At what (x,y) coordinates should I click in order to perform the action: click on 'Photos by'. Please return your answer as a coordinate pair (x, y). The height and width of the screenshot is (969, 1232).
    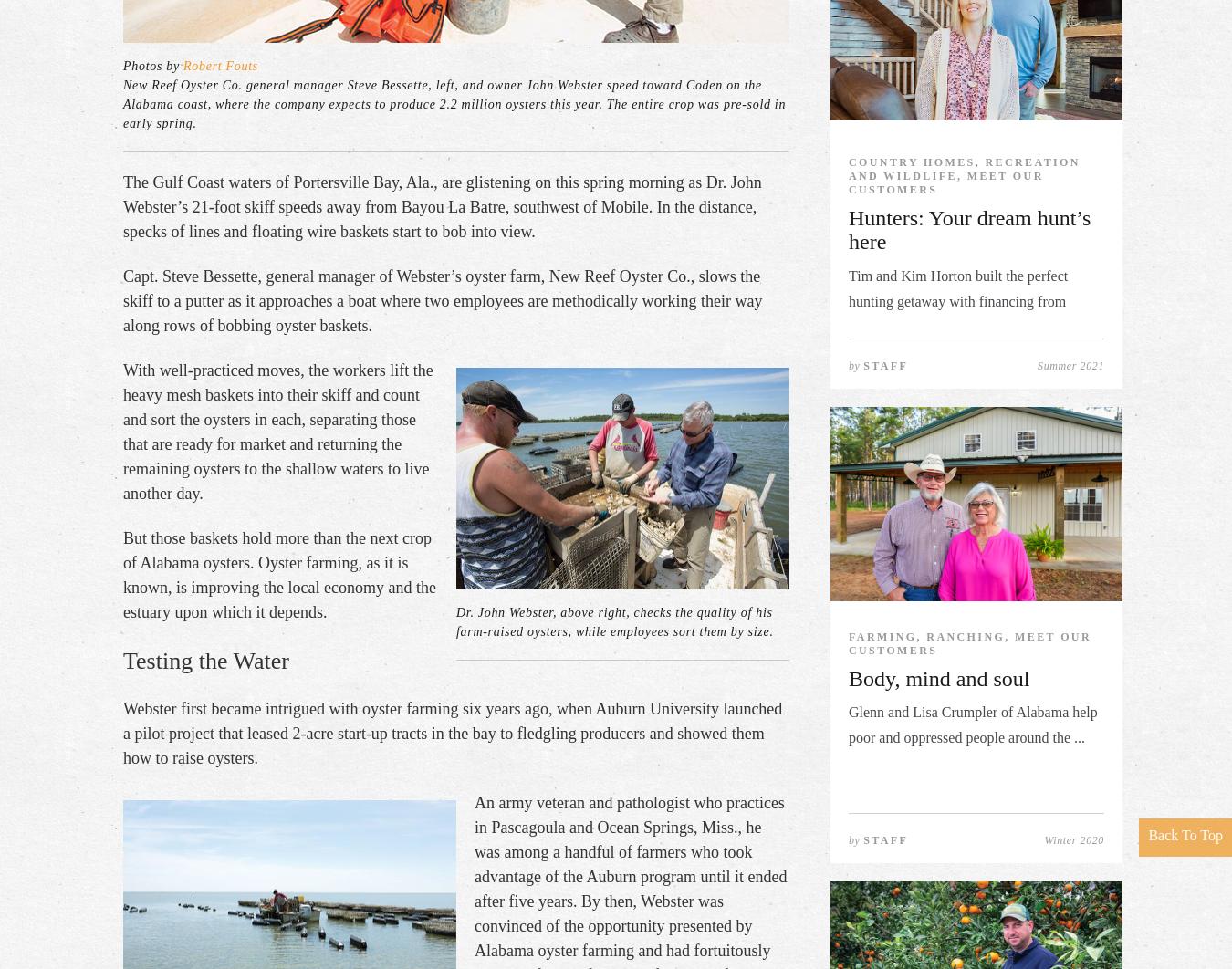
    Looking at the image, I should click on (152, 65).